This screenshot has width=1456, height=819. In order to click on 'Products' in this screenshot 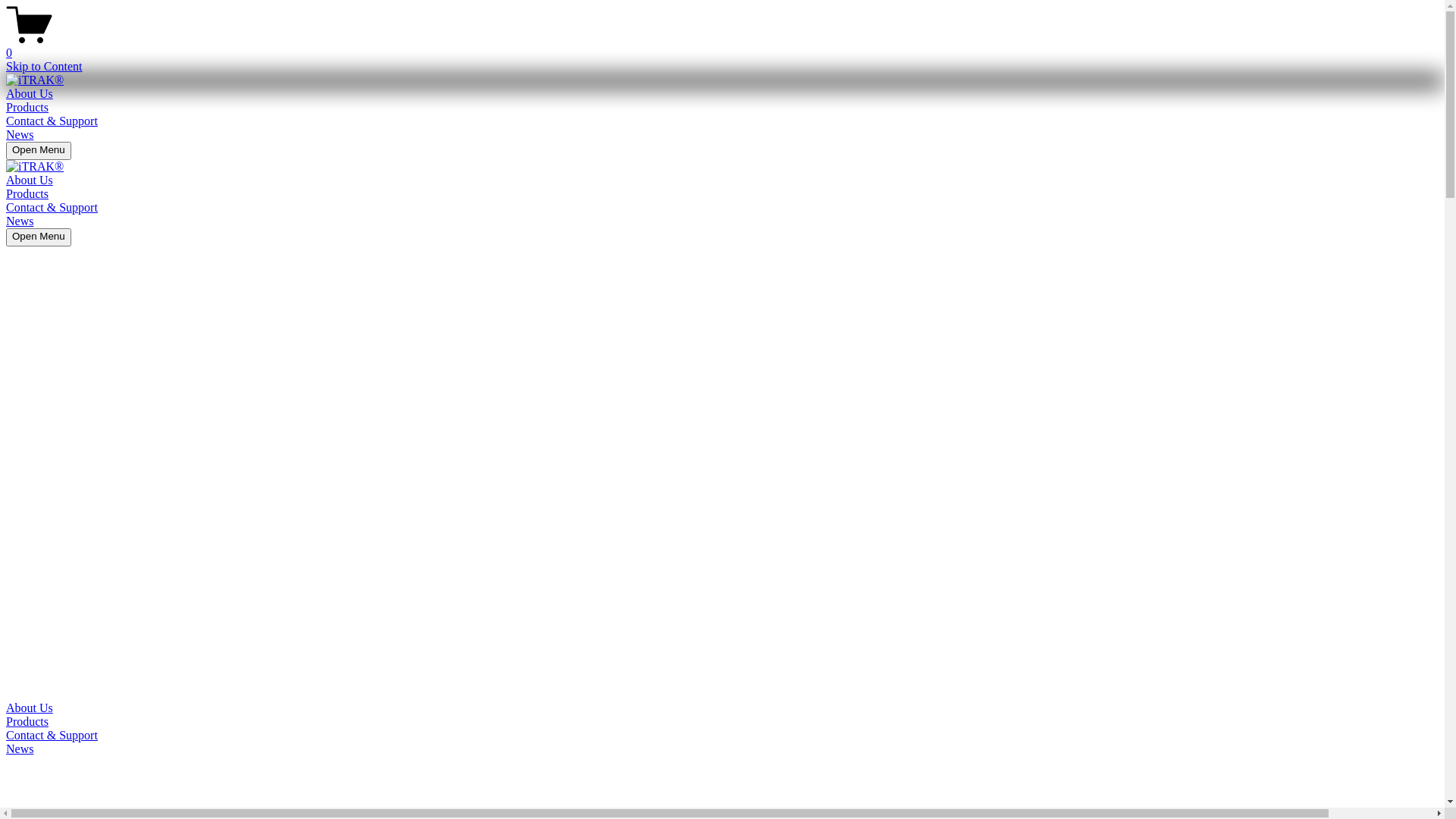, I will do `click(6, 721)`.